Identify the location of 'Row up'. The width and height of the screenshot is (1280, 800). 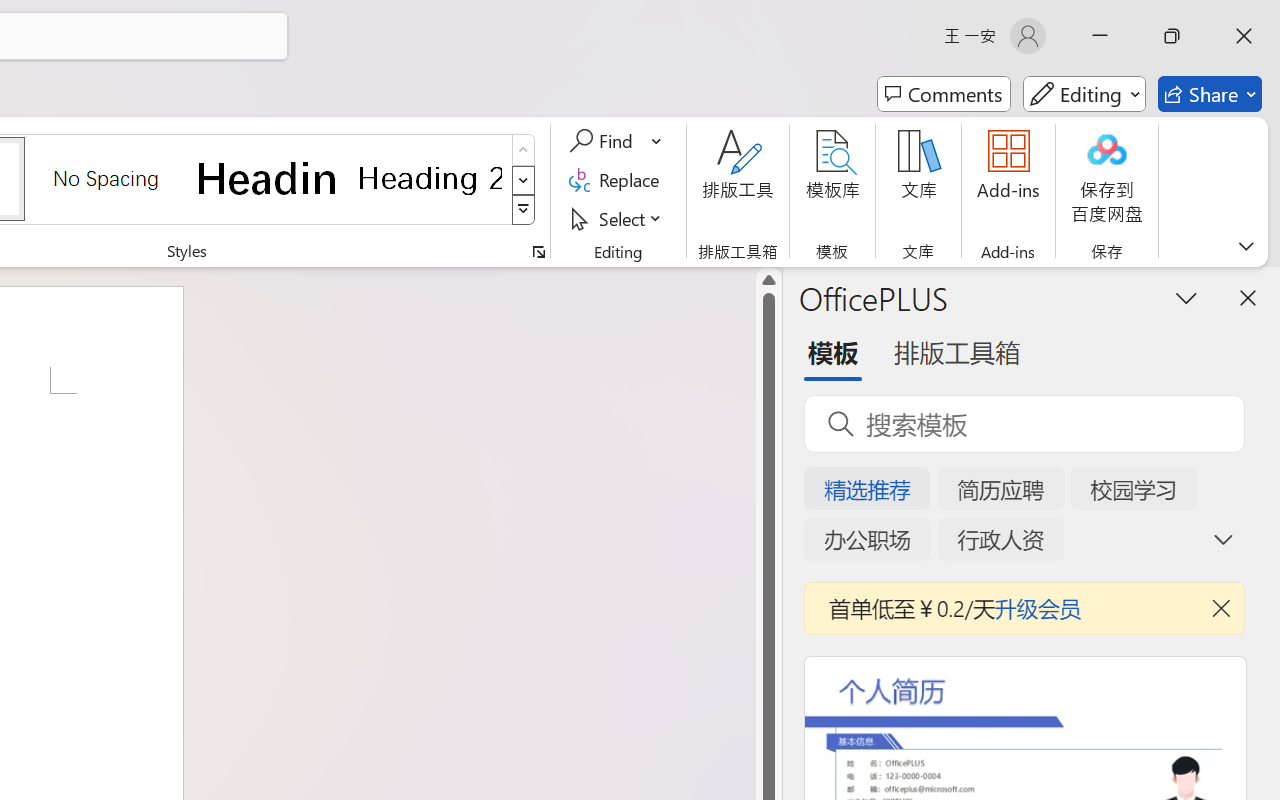
(523, 150).